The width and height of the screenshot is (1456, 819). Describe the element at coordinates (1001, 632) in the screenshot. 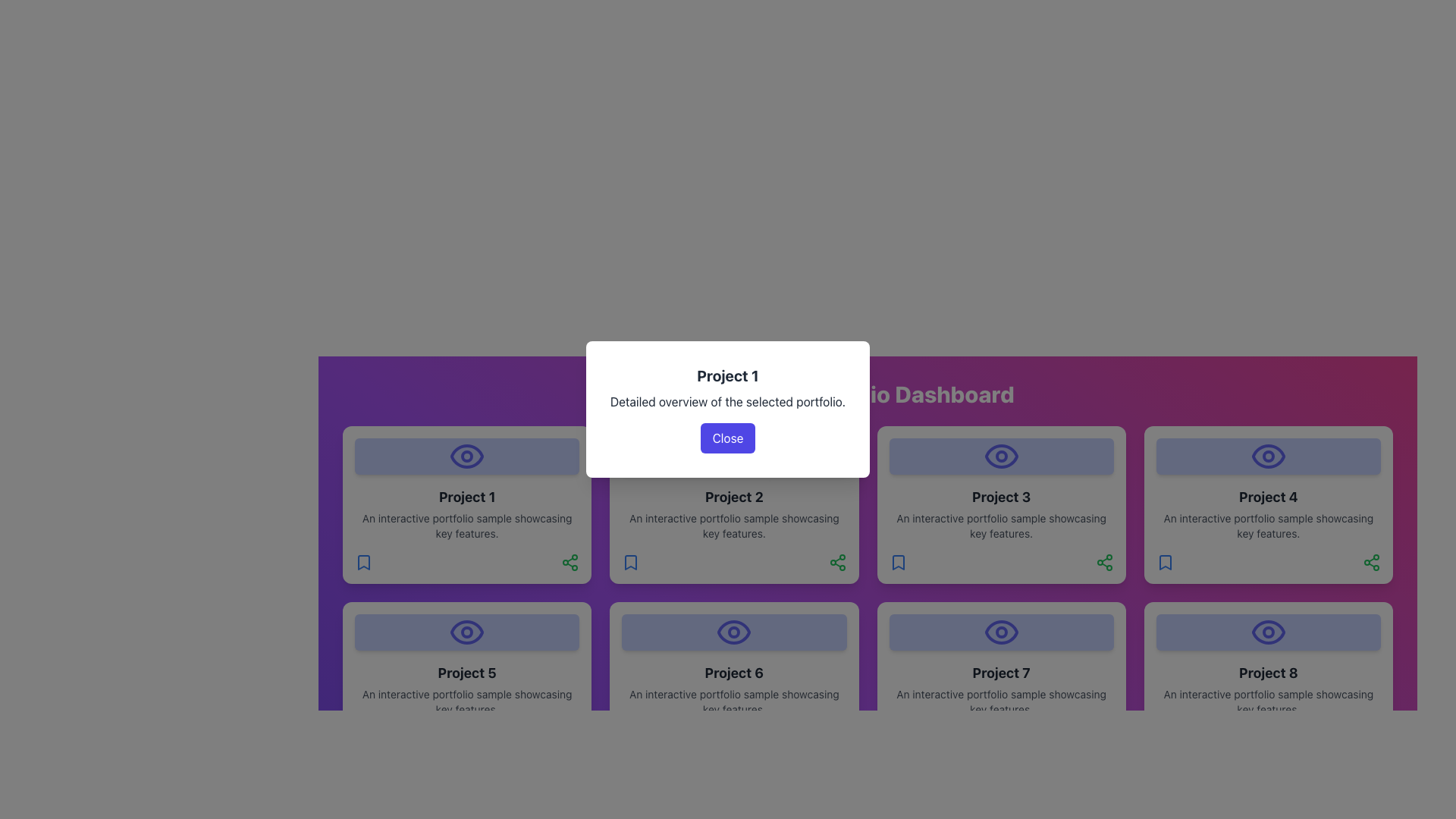

I see `the appearance of the blue eye icon located in the upper section of the 'Project 7' card, which is centered horizontally and displayed on a light indigo background` at that location.